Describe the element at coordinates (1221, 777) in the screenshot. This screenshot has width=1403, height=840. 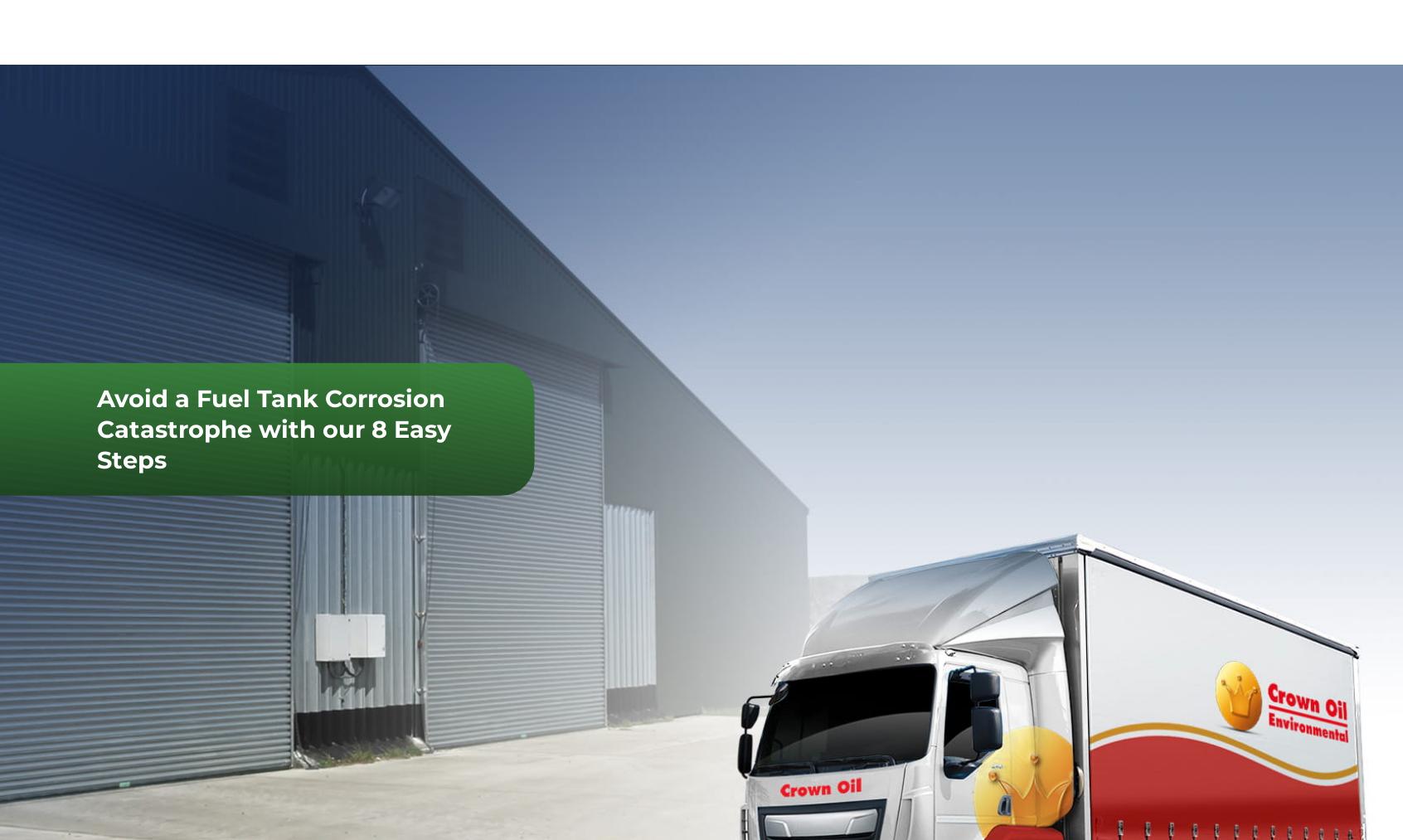
I see `'Service you're enquiring about:'` at that location.